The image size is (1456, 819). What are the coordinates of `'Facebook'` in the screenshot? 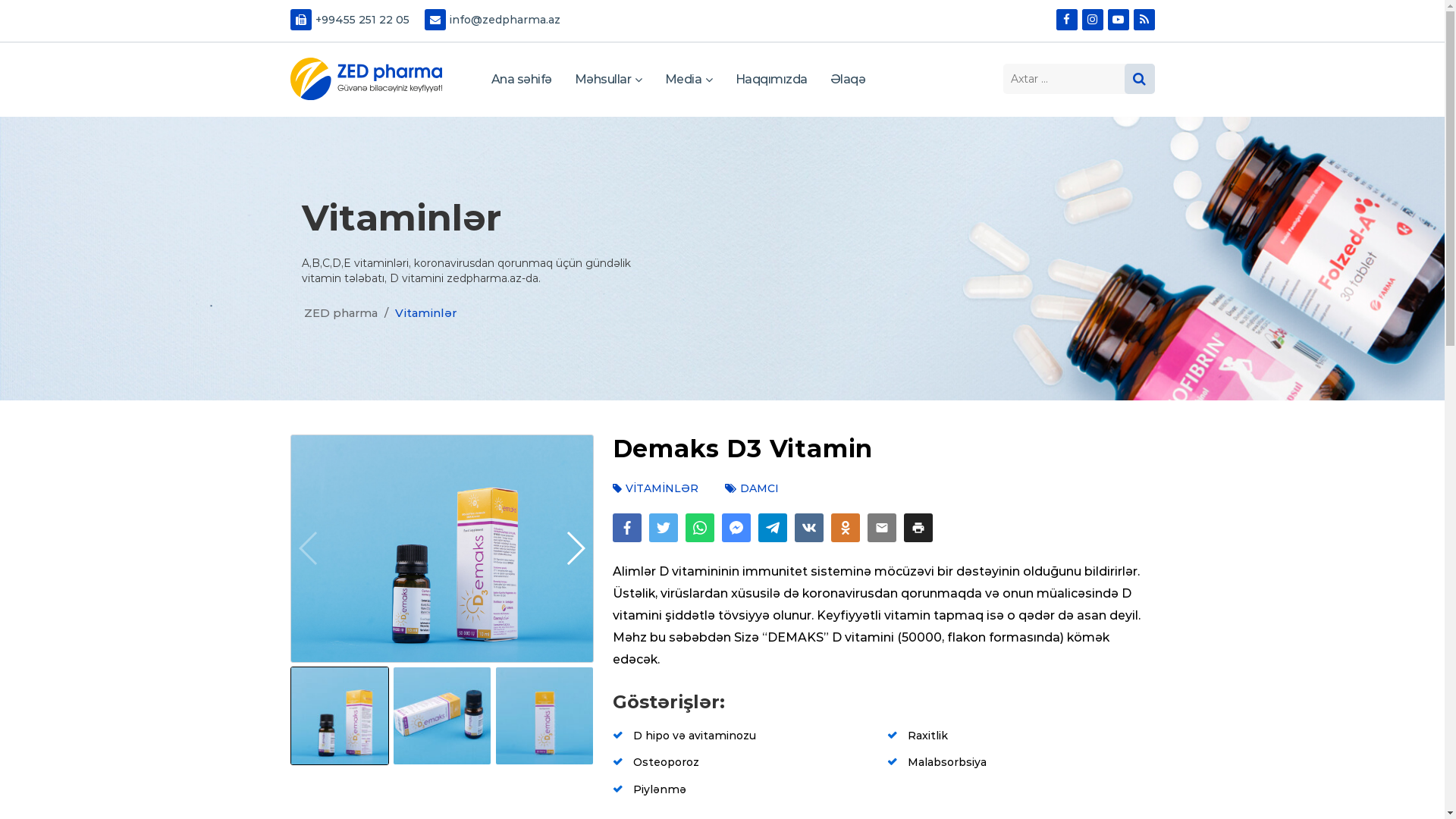 It's located at (1065, 20).